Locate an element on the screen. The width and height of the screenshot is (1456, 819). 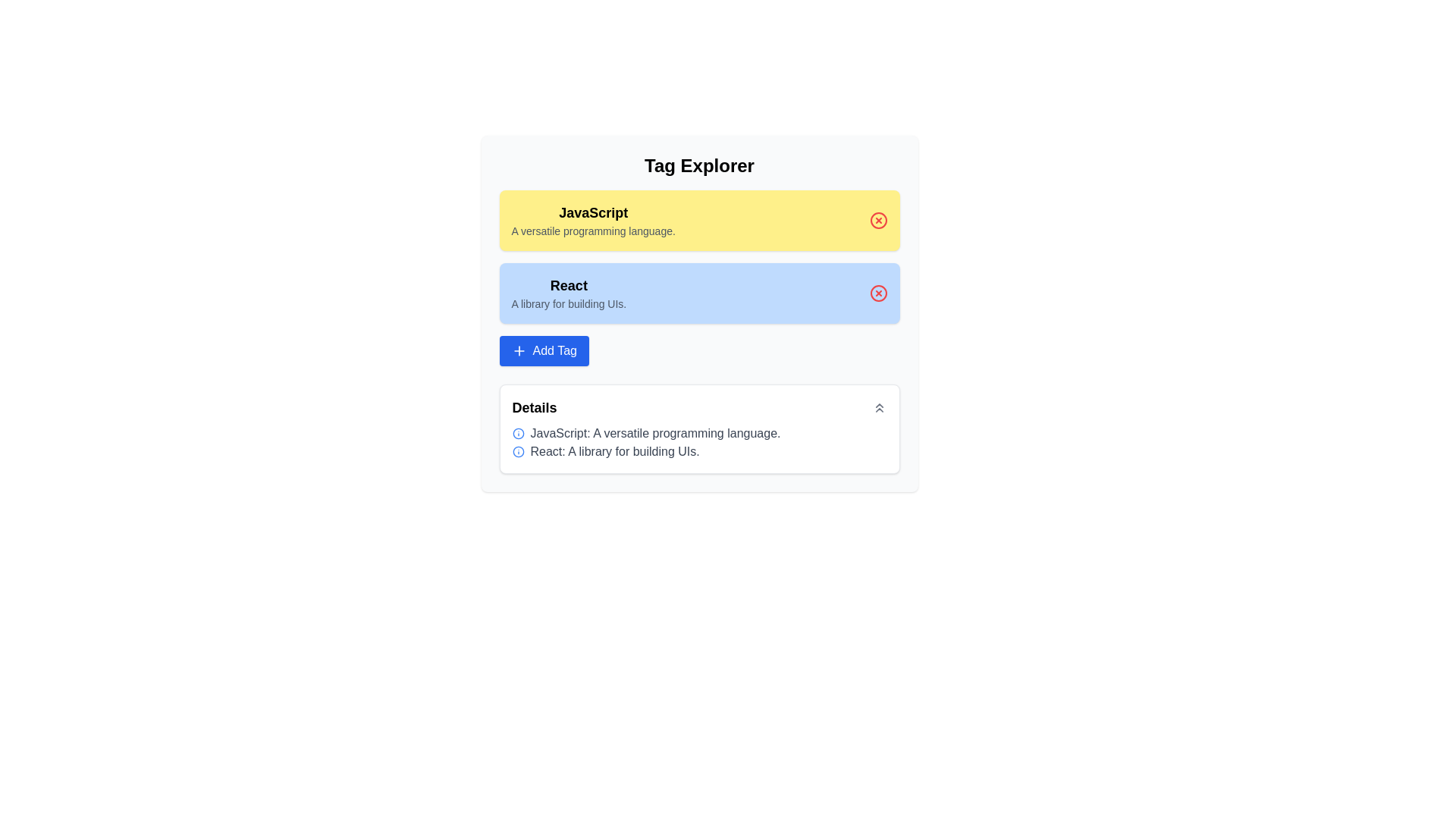
the remove button located at the far right side of the yellow panel that contains the text 'JavaScript' and 'A versatile programming language.' is located at coordinates (878, 220).